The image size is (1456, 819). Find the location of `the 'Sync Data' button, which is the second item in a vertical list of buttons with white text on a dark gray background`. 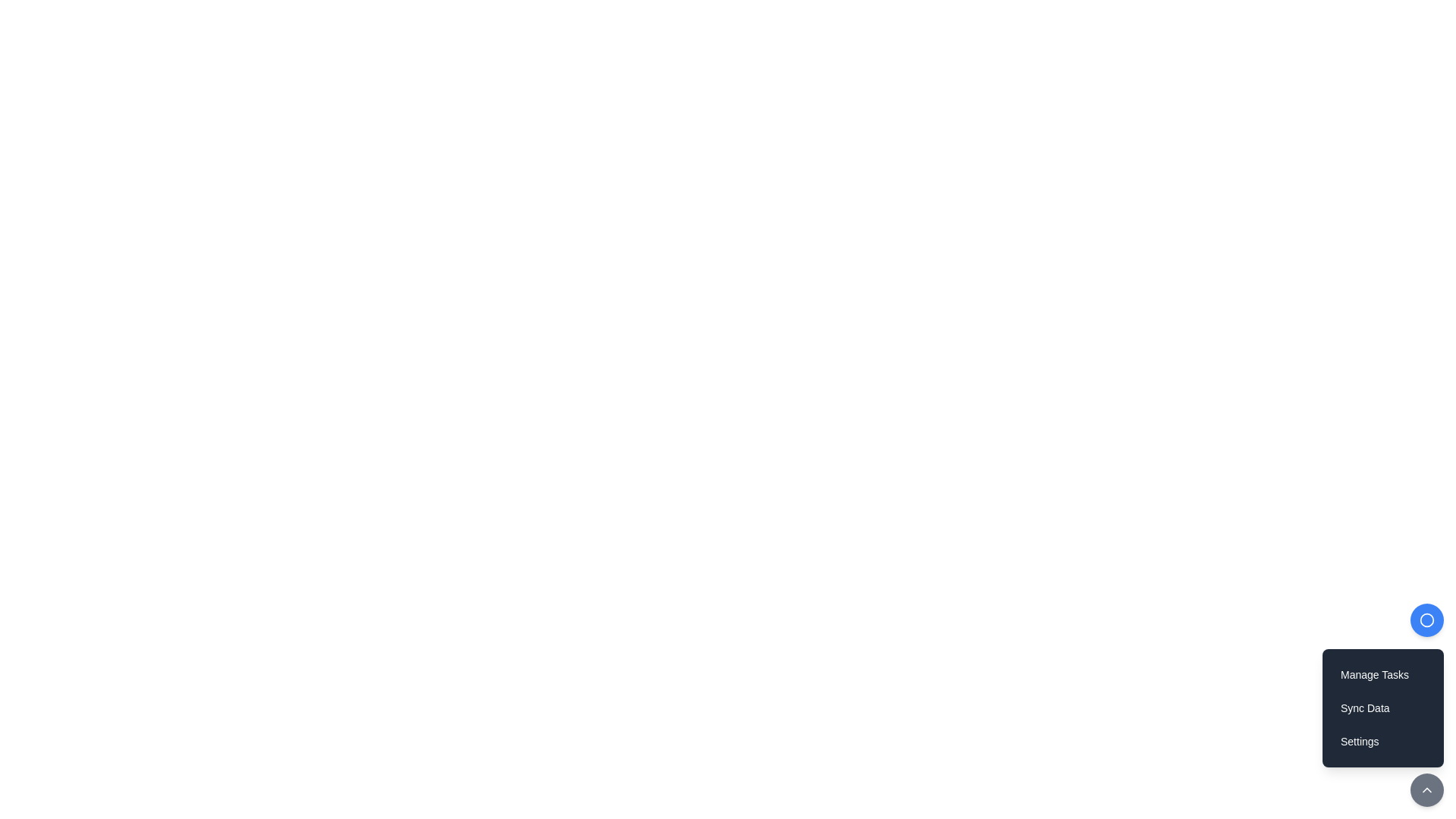

the 'Sync Data' button, which is the second item in a vertical list of buttons with white text on a dark gray background is located at coordinates (1383, 704).